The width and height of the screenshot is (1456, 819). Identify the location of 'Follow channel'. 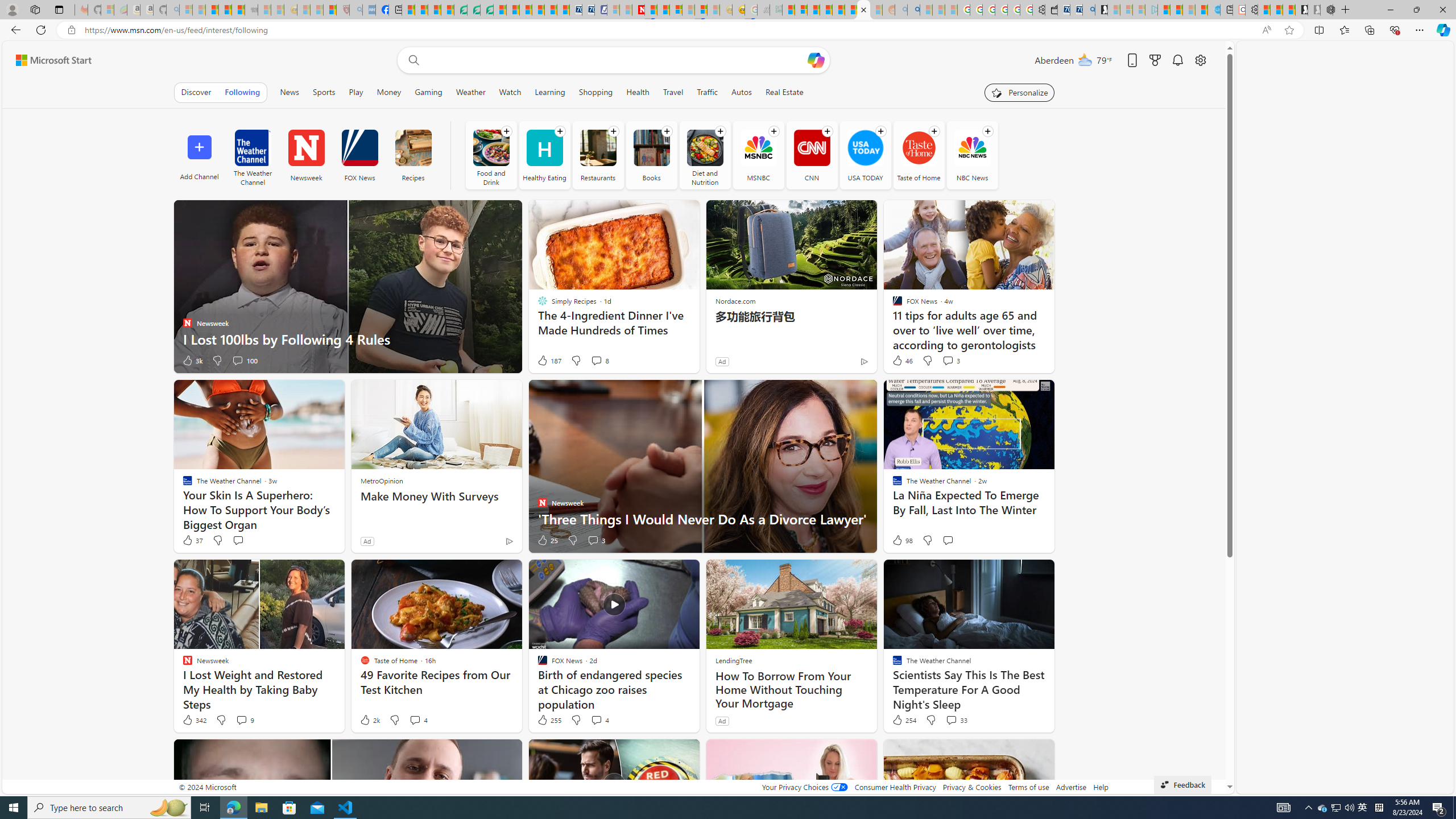
(986, 130).